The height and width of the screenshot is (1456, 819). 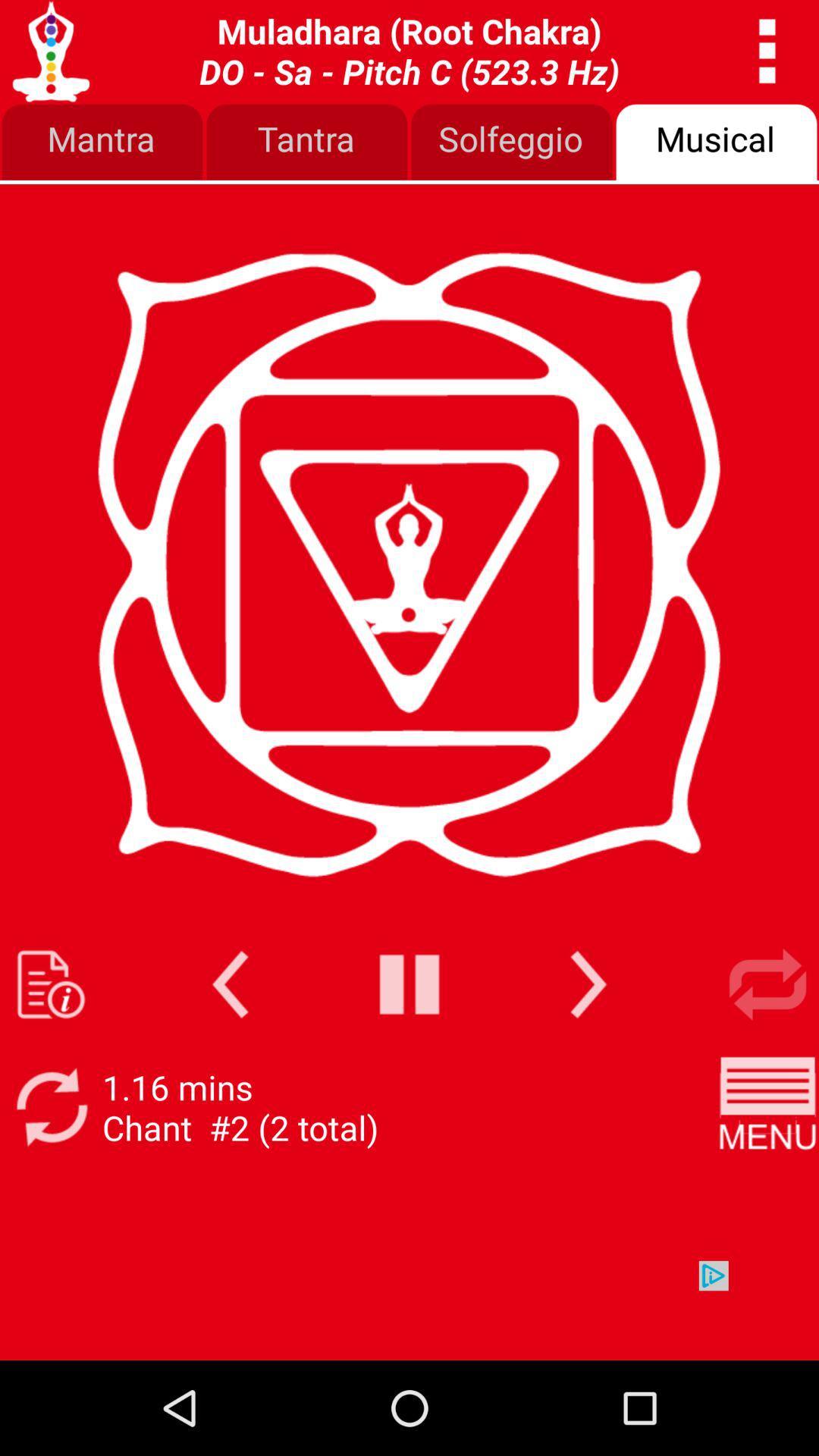 I want to click on icon to the right of the 1 17 mins item, so click(x=767, y=1107).